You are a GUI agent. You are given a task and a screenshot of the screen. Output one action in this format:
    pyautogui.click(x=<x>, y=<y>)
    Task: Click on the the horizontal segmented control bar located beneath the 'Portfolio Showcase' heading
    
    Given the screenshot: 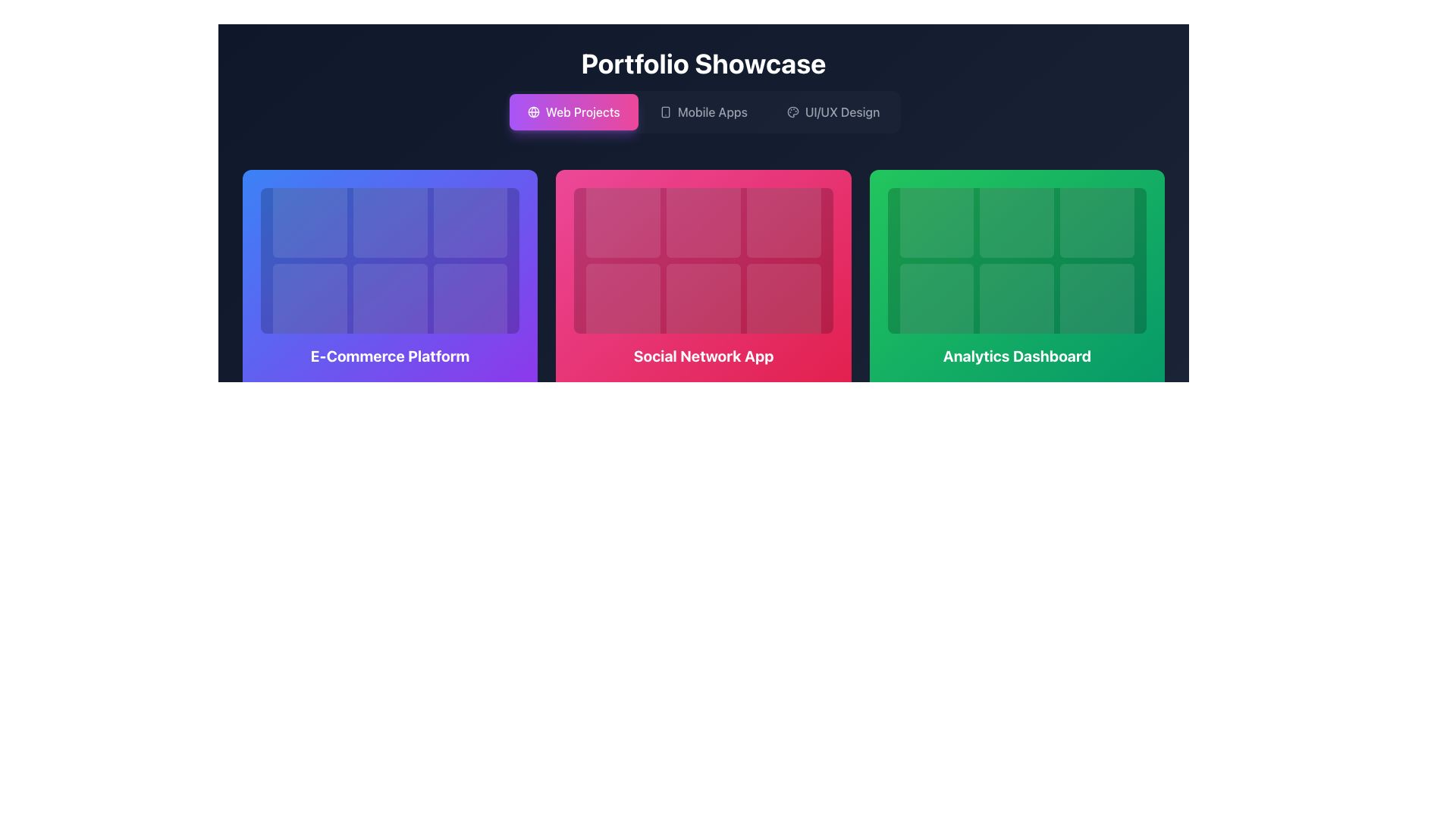 What is the action you would take?
    pyautogui.click(x=702, y=111)
    